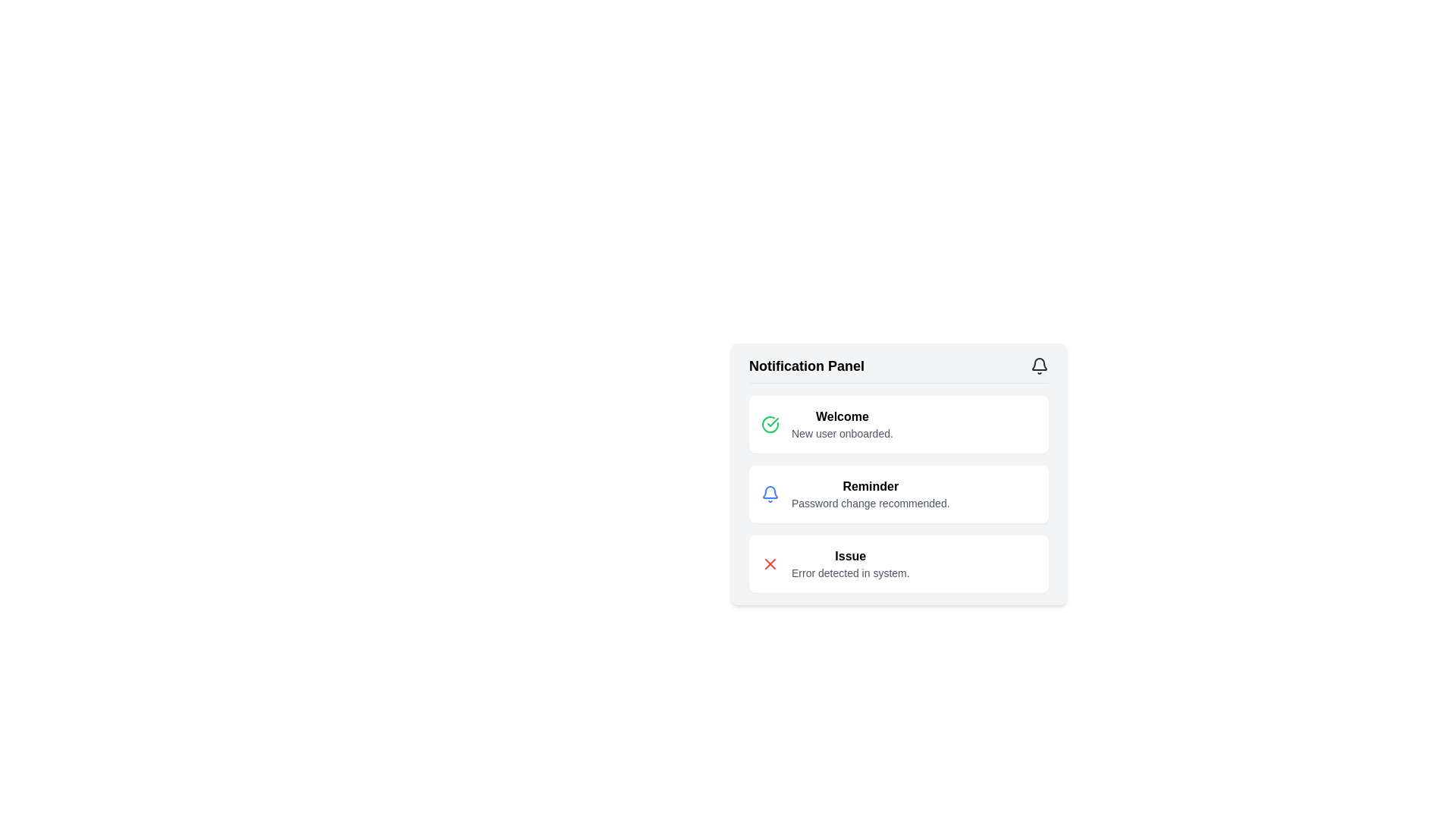  Describe the element at coordinates (899, 564) in the screenshot. I see `the third notification in the Notification Panel that highlights an issue or error` at that location.